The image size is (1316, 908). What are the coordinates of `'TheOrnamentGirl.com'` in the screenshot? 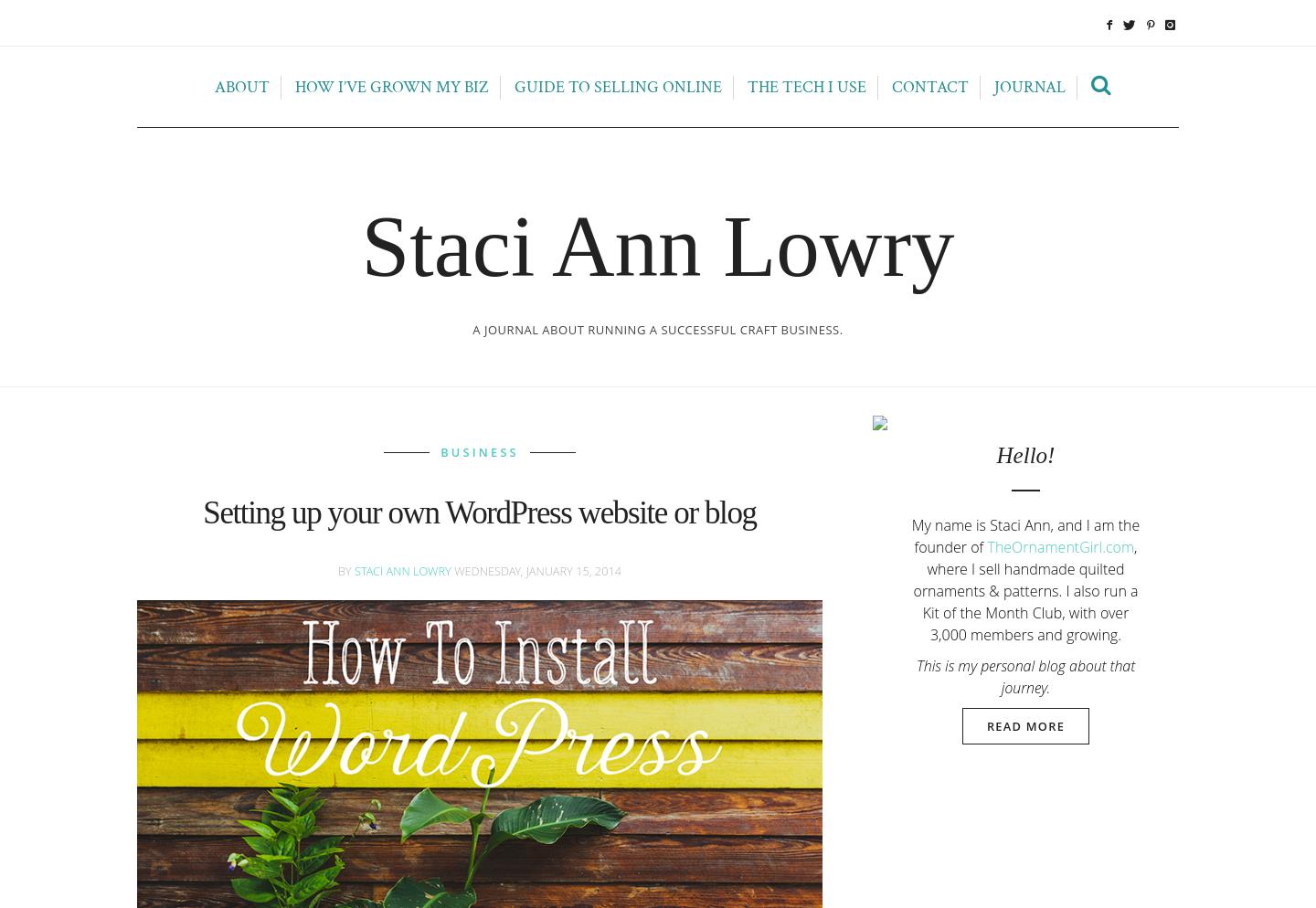 It's located at (1060, 545).